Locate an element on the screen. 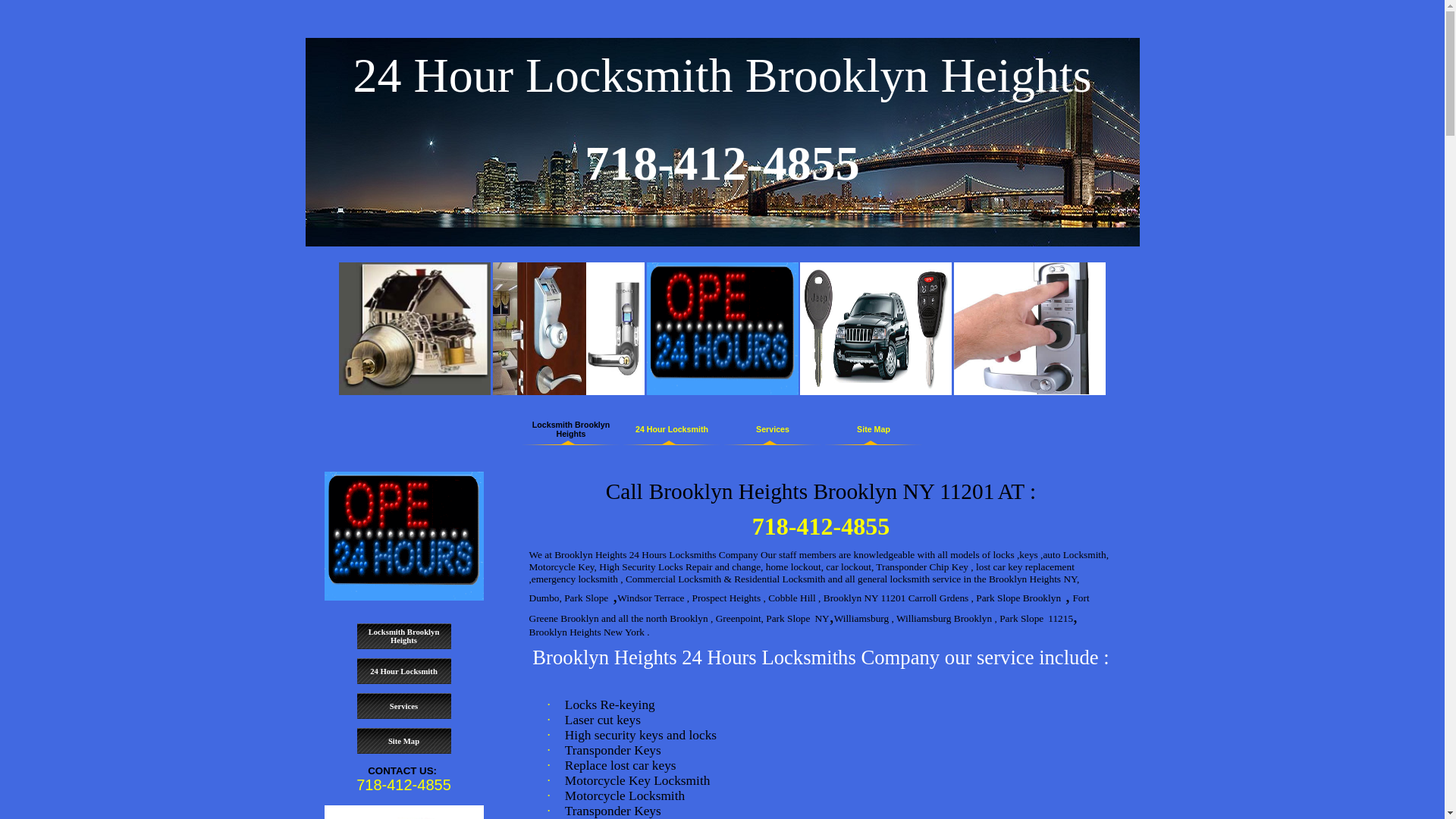  '24 Hours Locksmith Brooklyn Heights Brooklyn 11201' is located at coordinates (720, 328).